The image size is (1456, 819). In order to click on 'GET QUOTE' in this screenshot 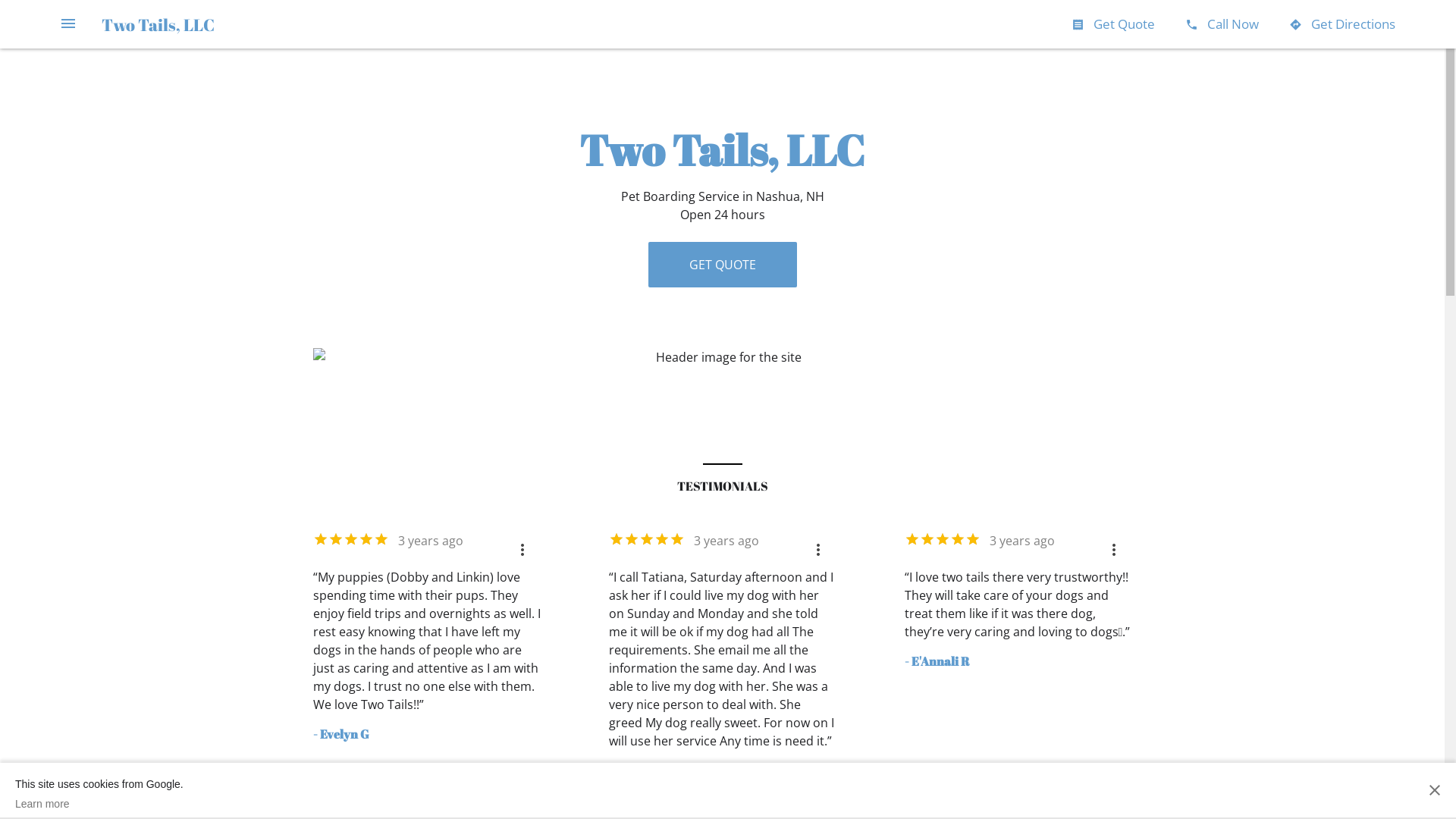, I will do `click(720, 263)`.